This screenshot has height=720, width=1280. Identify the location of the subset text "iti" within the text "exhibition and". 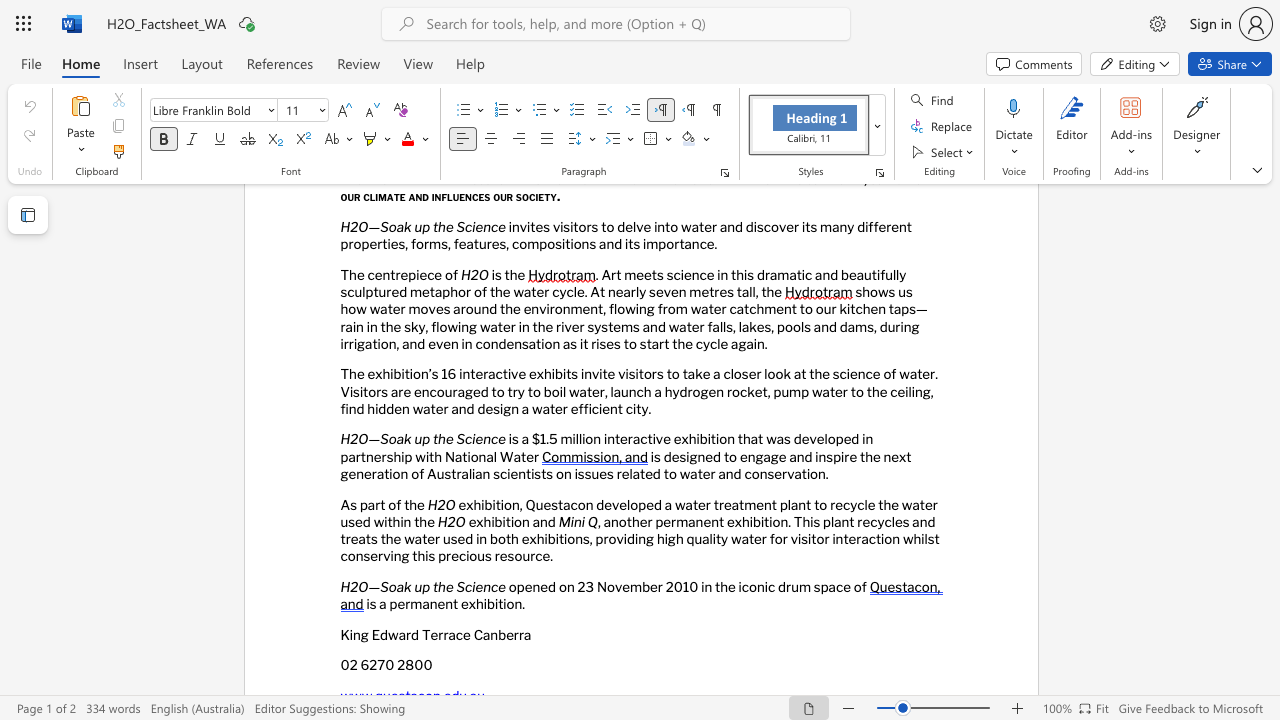
(502, 520).